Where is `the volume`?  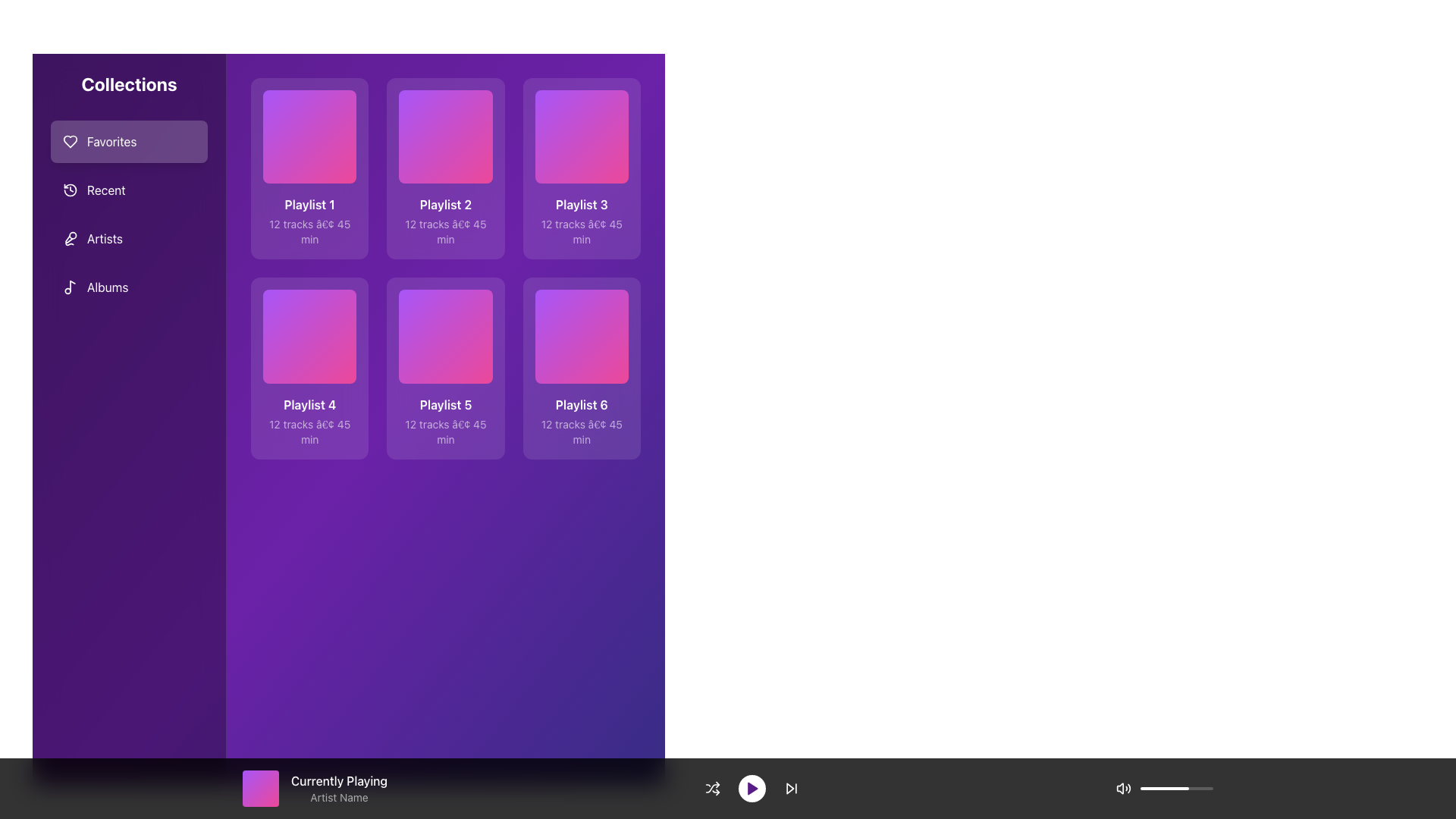
the volume is located at coordinates (1197, 788).